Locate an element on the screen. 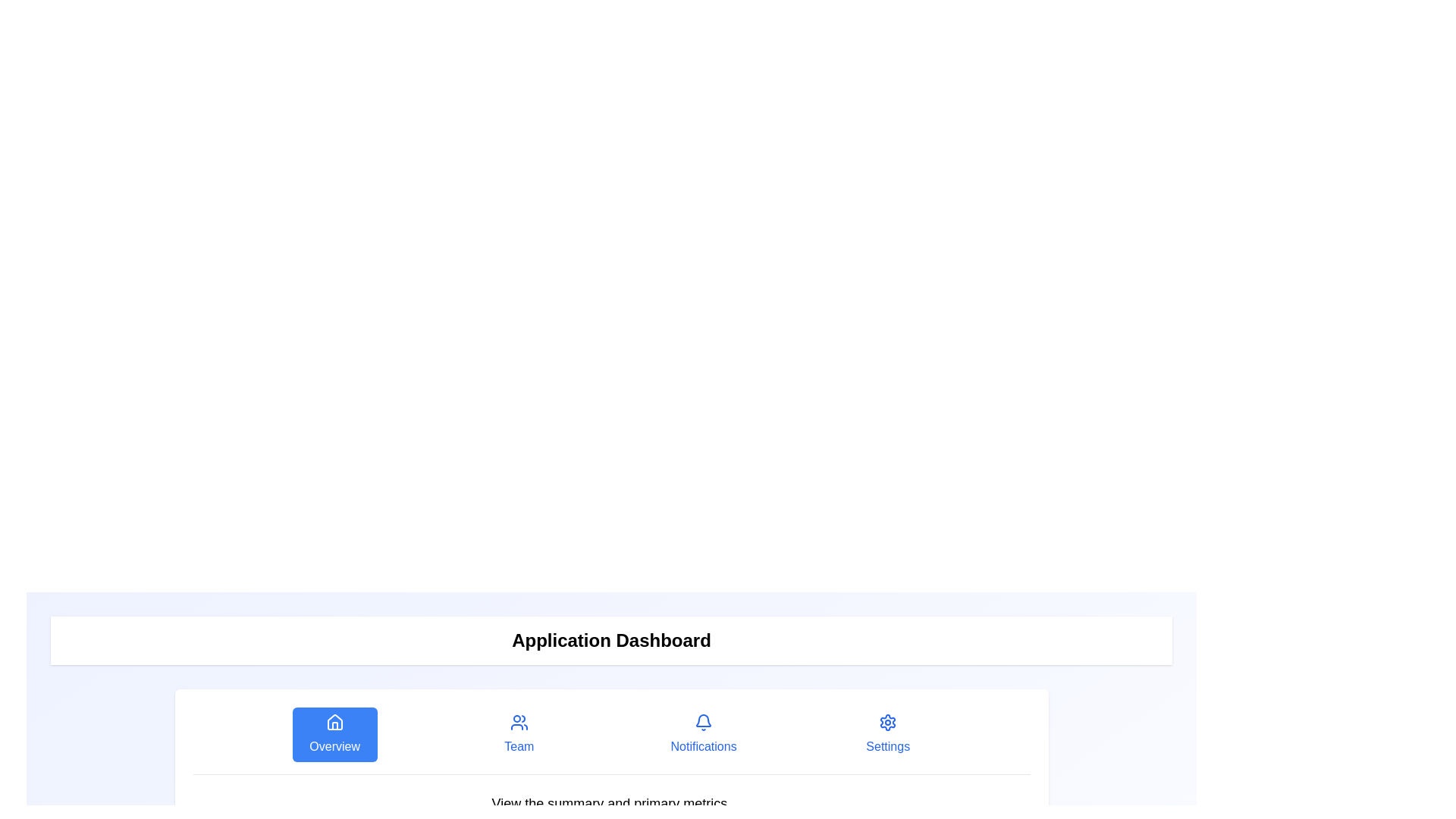  the fourth navigation button in the horizontal menu bar at the bottom of the dashboard to trigger a background color change is located at coordinates (888, 733).